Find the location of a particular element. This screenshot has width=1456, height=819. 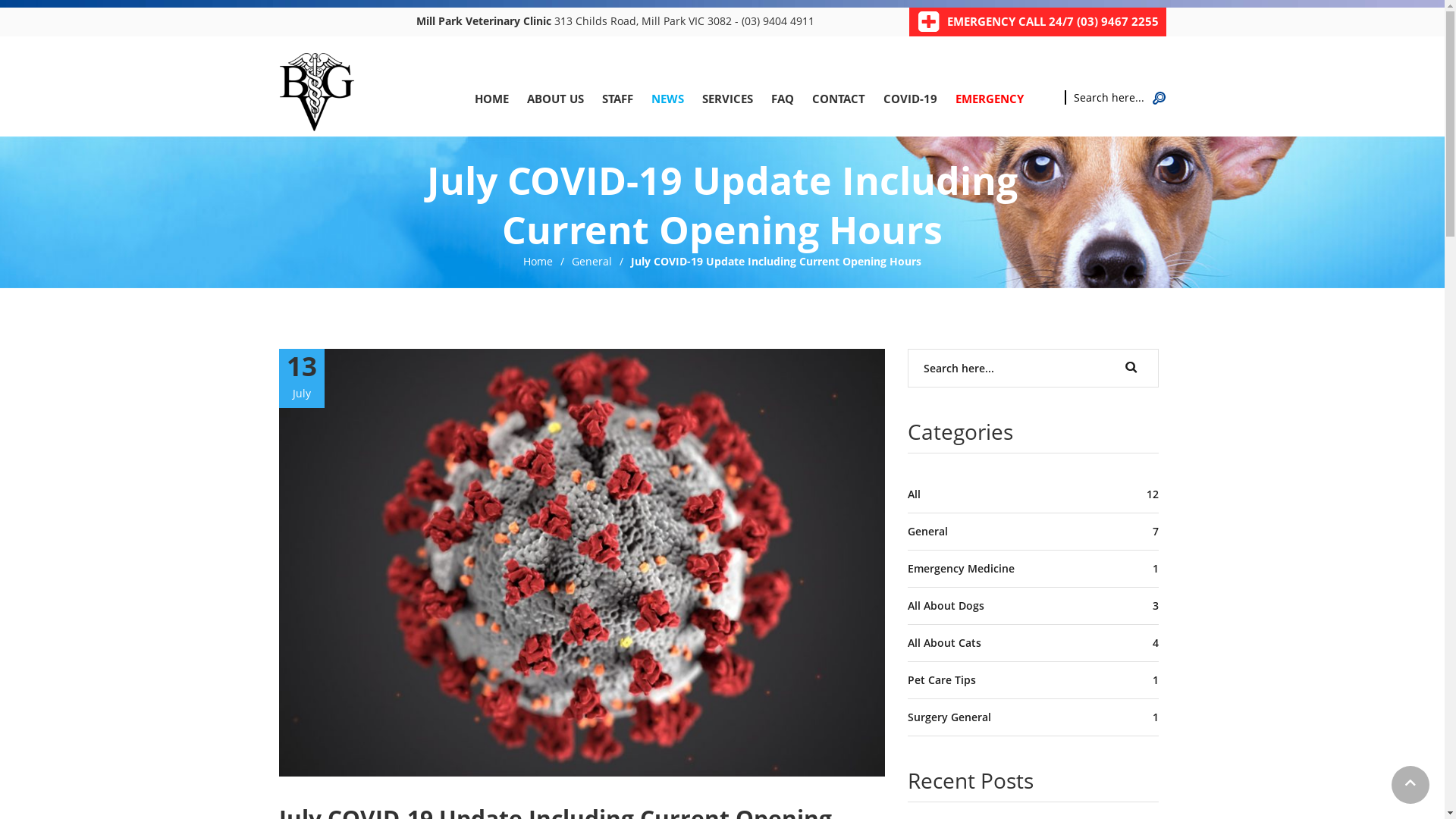

'Search' is located at coordinates (1131, 366).